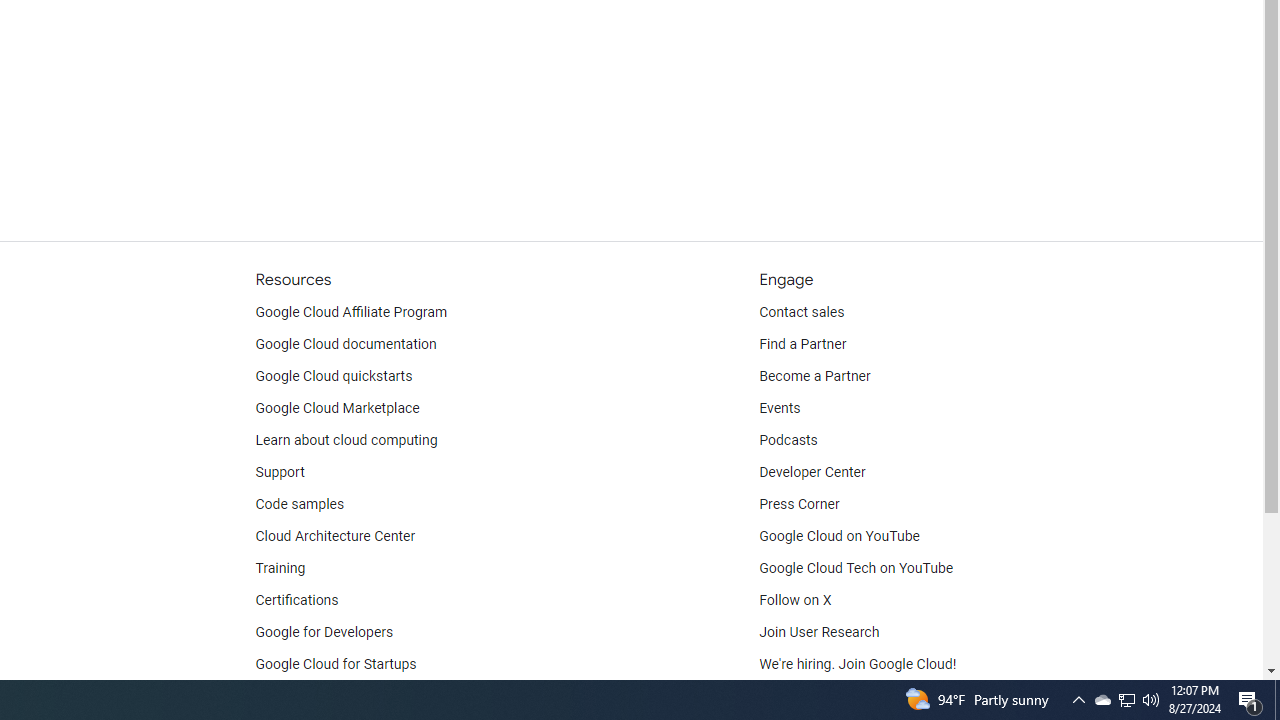 The width and height of the screenshot is (1280, 720). Describe the element at coordinates (334, 376) in the screenshot. I see `'Google Cloud quickstarts'` at that location.